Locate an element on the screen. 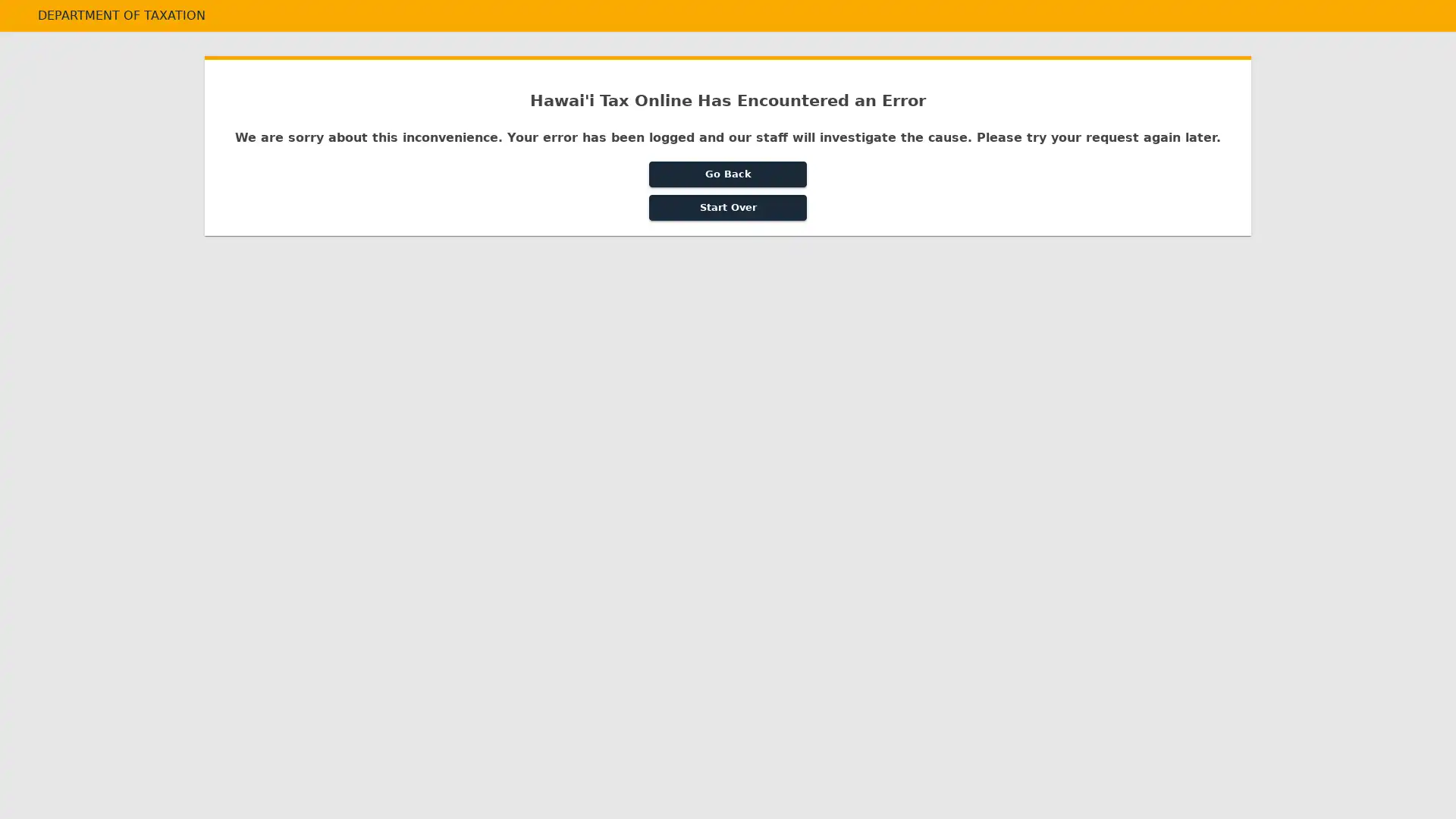  Start Over is located at coordinates (728, 207).